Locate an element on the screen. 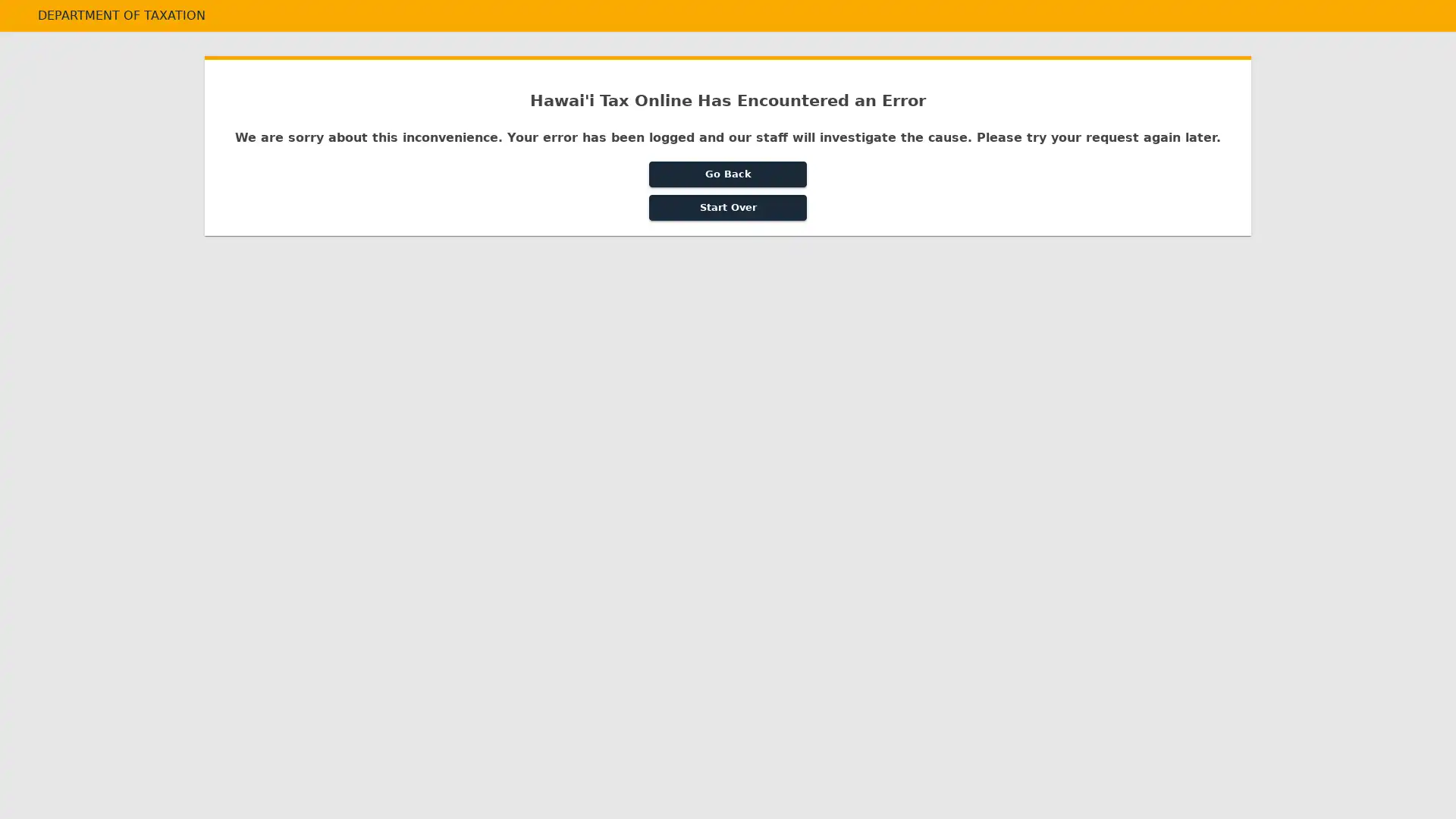  Start Over is located at coordinates (728, 207).